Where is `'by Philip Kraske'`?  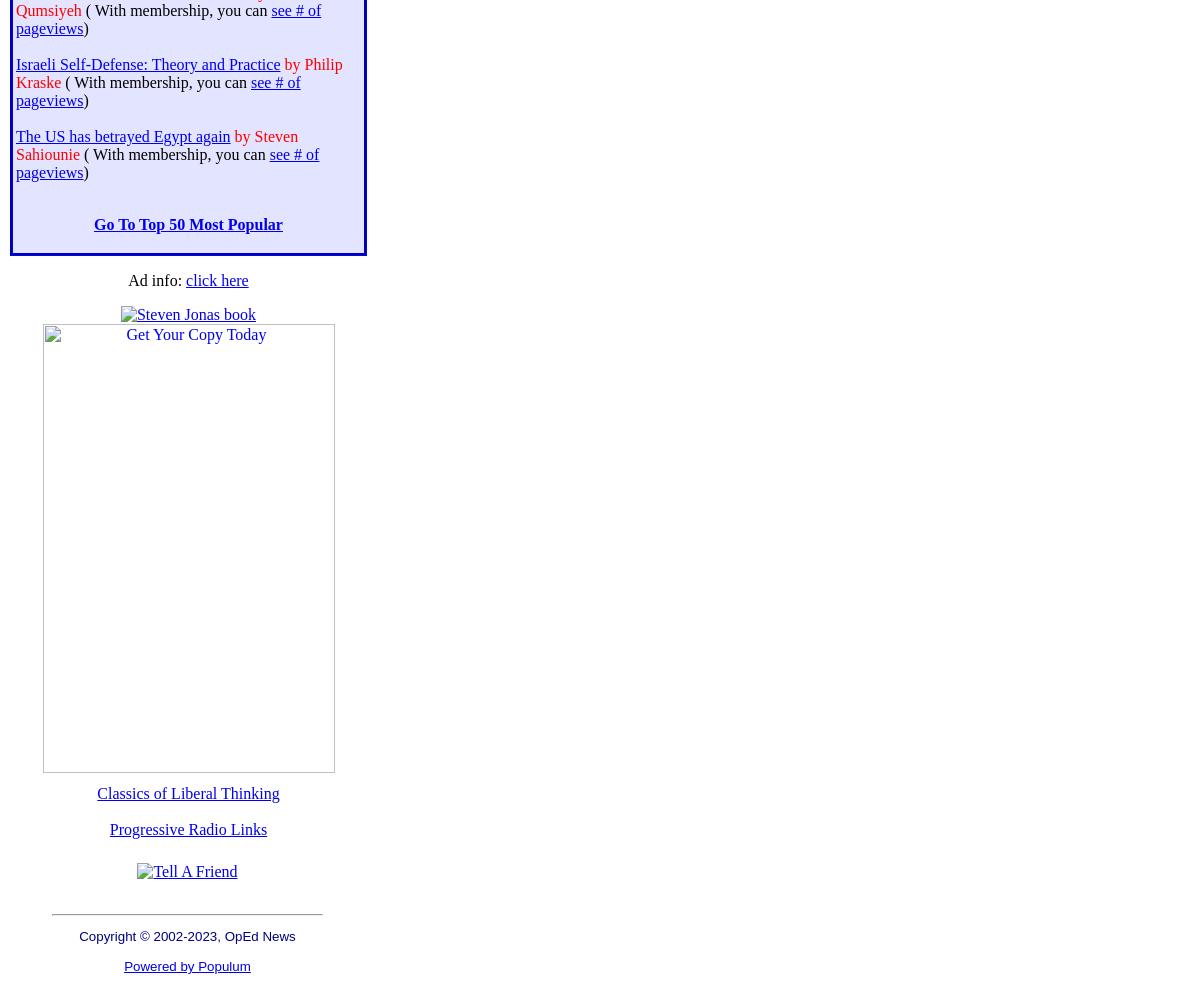 'by Philip Kraske' is located at coordinates (178, 72).